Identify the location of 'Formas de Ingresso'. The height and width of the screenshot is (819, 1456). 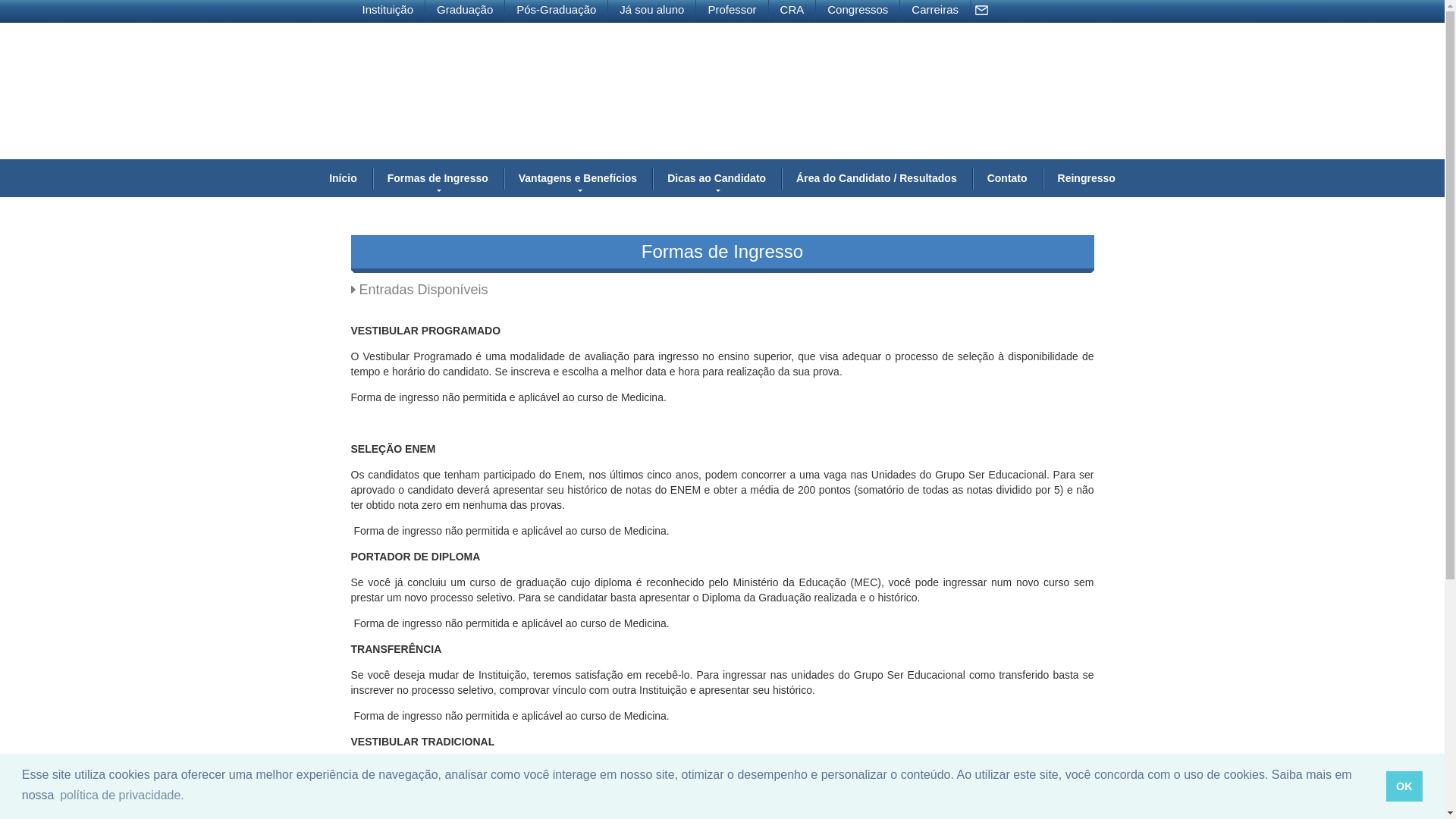
(372, 177).